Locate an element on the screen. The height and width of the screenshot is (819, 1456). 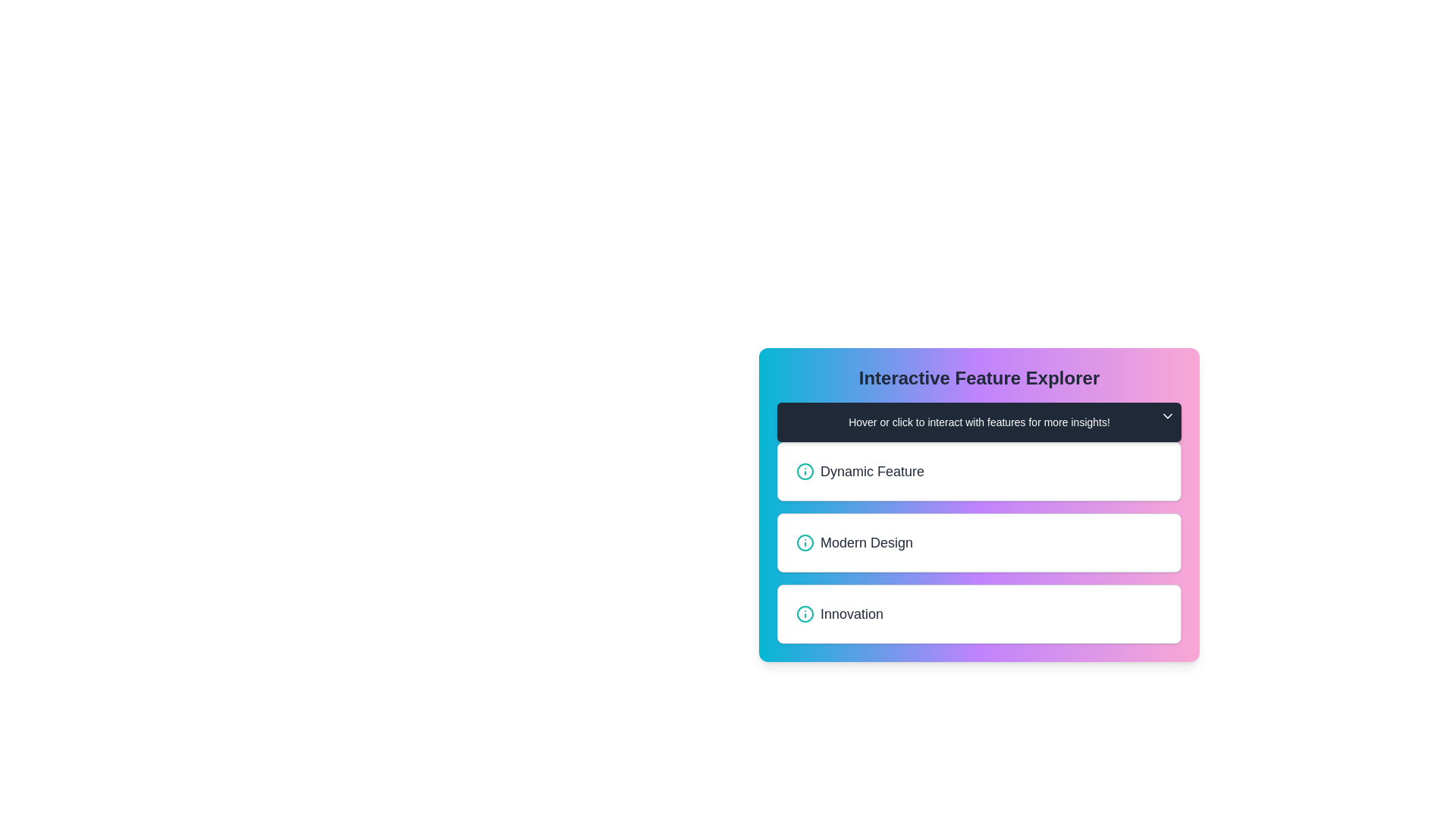
the circular icon with a teal outline located to the left of the text 'Dynamic Feature' is located at coordinates (804, 470).